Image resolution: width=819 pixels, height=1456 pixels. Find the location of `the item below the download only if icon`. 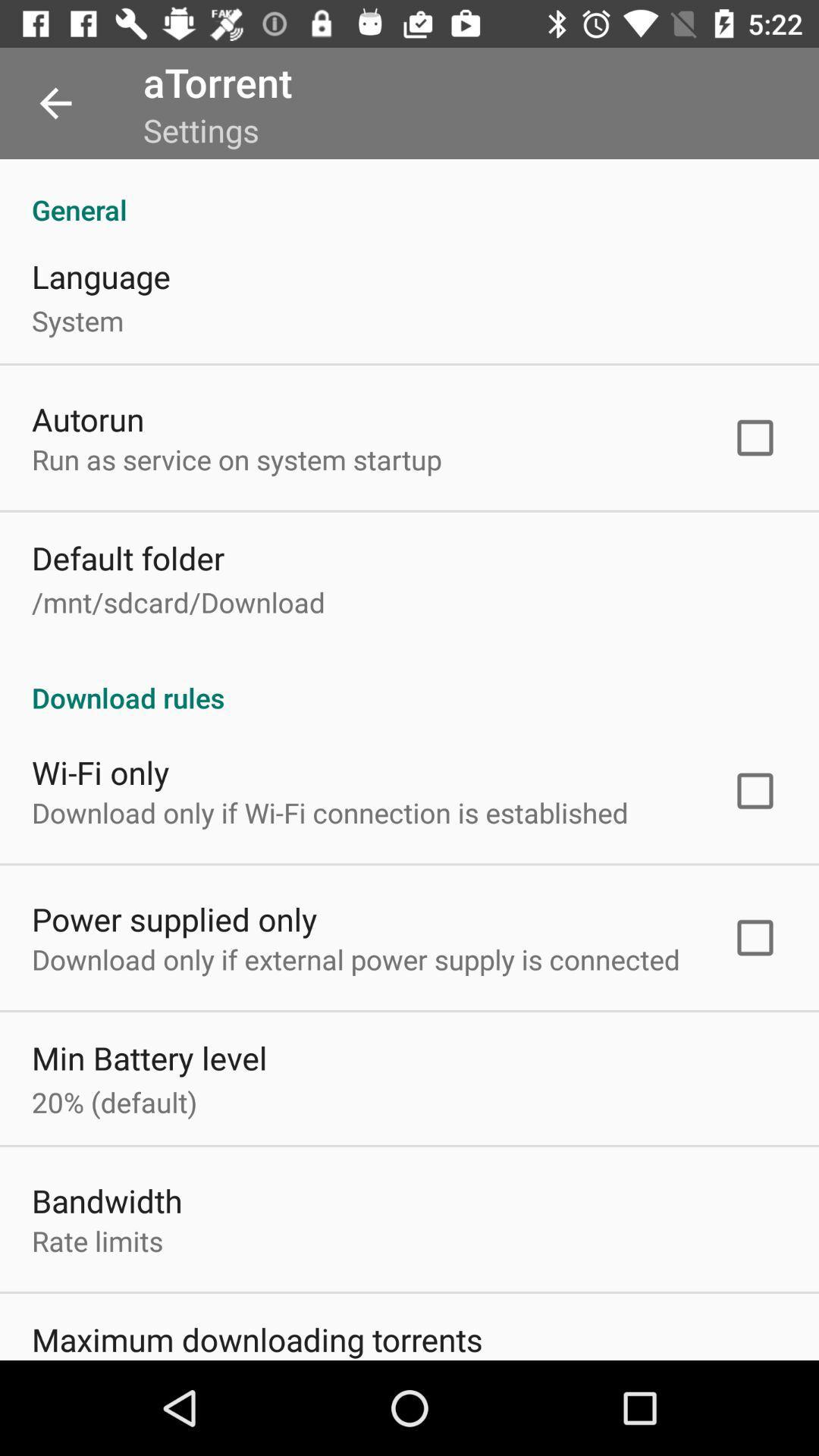

the item below the download only if icon is located at coordinates (149, 1057).